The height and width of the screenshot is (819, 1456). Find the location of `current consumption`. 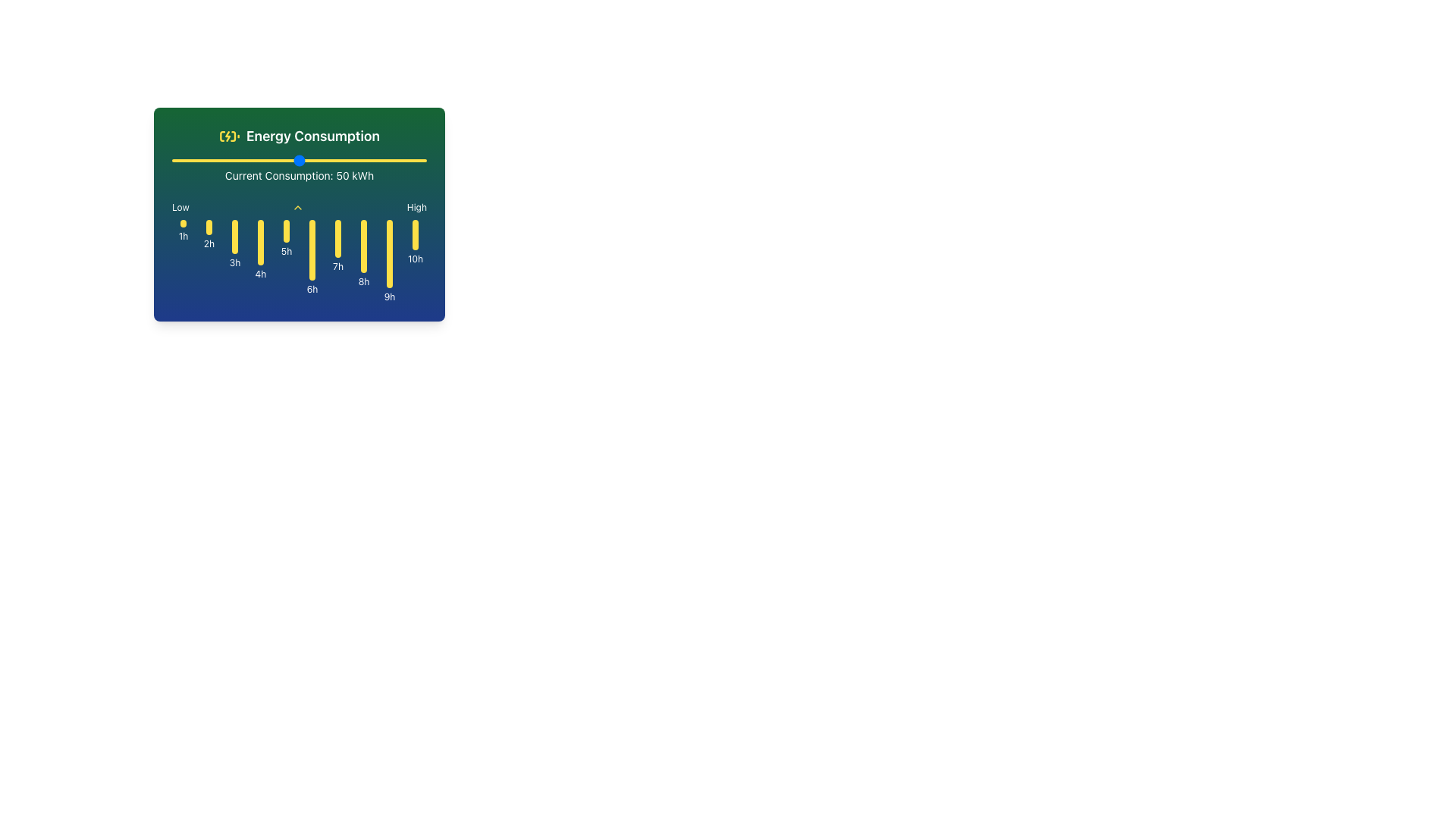

current consumption is located at coordinates (409, 161).